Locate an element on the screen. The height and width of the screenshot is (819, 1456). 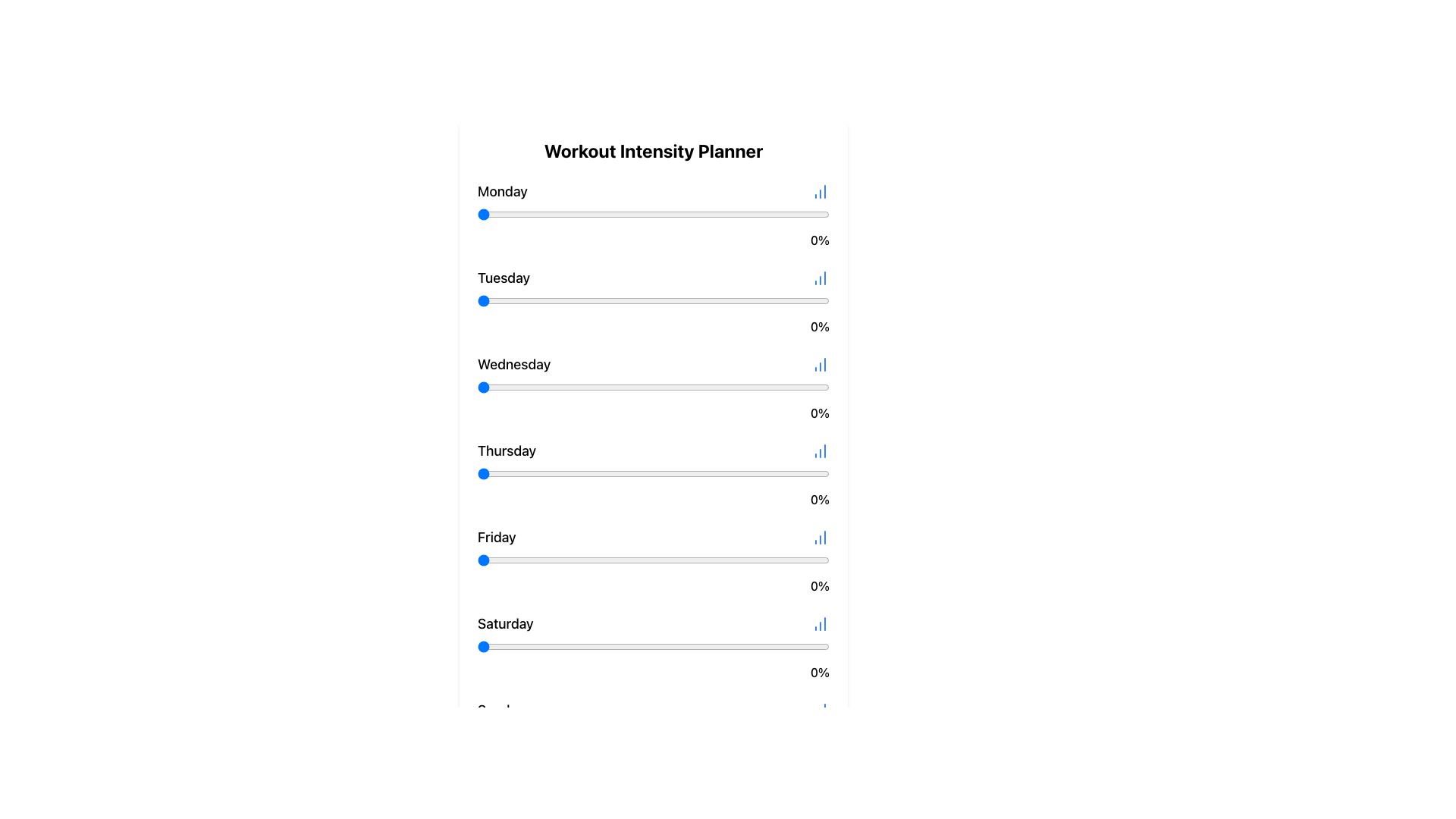
the graphical details of the Row label for 'Monday' in the Workout Intensity Planner, which includes text and an icon is located at coordinates (654, 191).